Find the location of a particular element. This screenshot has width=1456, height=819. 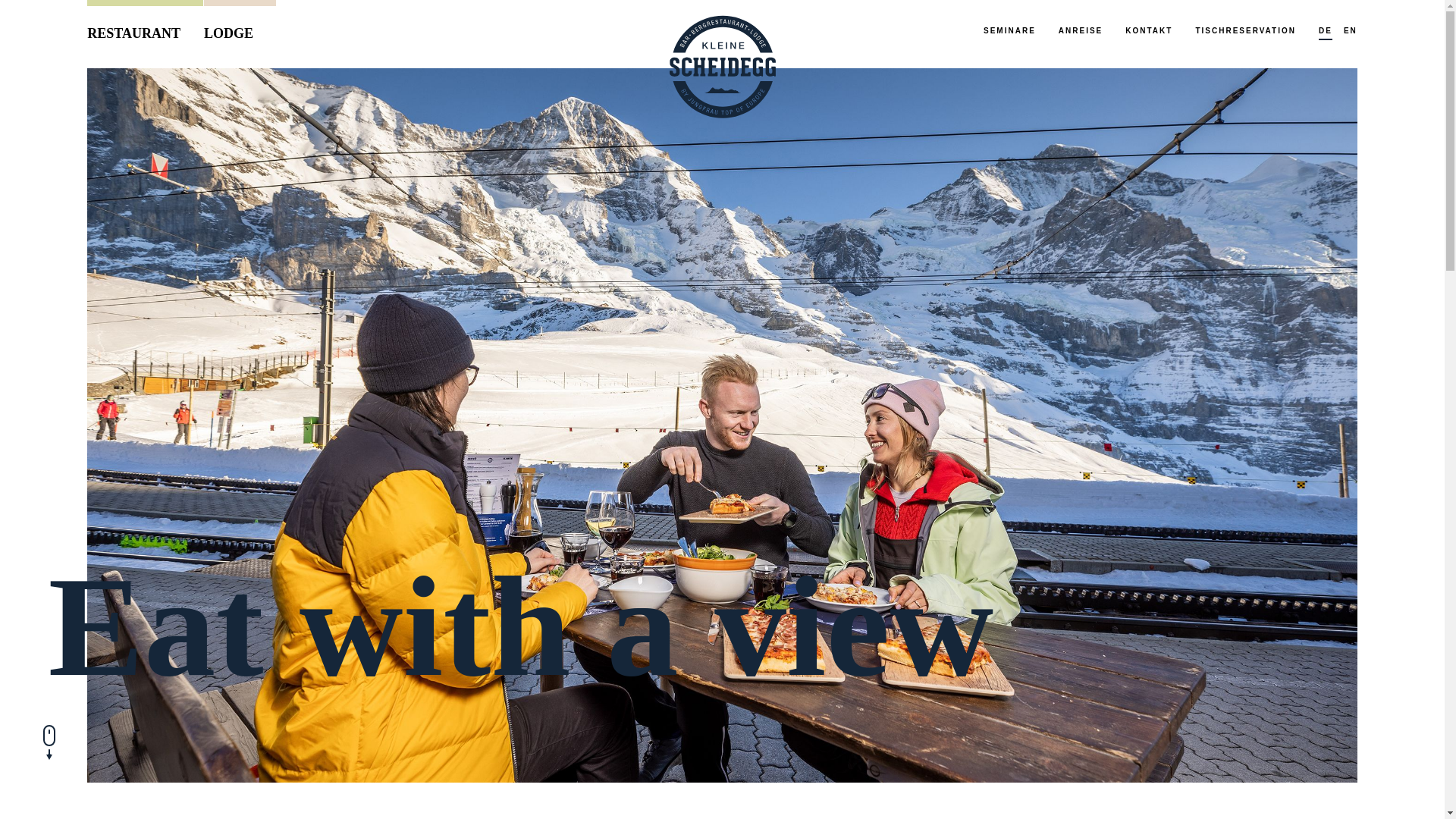

'TISCHRESERVATION' is located at coordinates (1245, 31).